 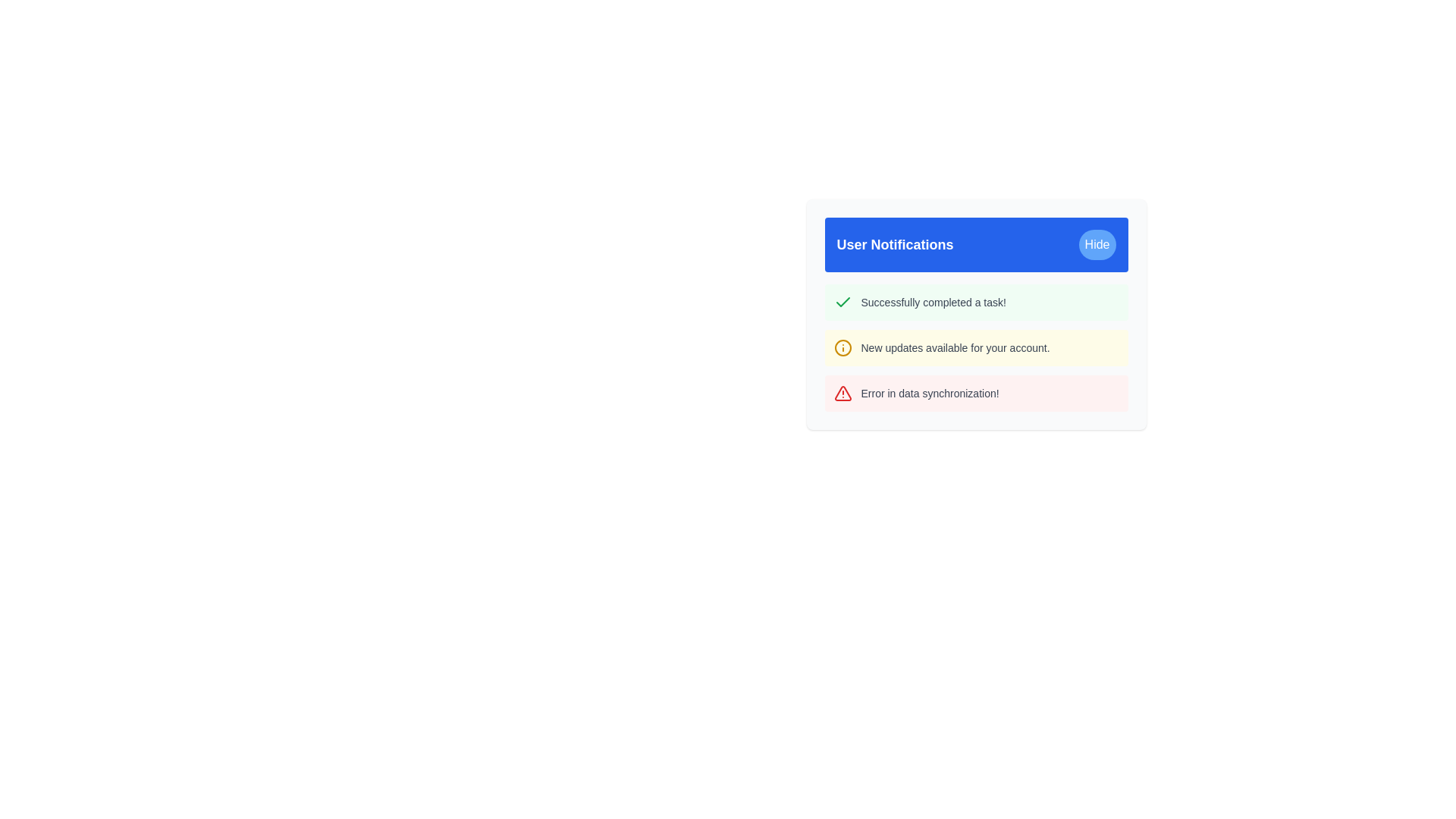 I want to click on notification message from the third notification bubble under 'User Notifications', which informs about an error encountered during data synchronization, so click(x=976, y=393).